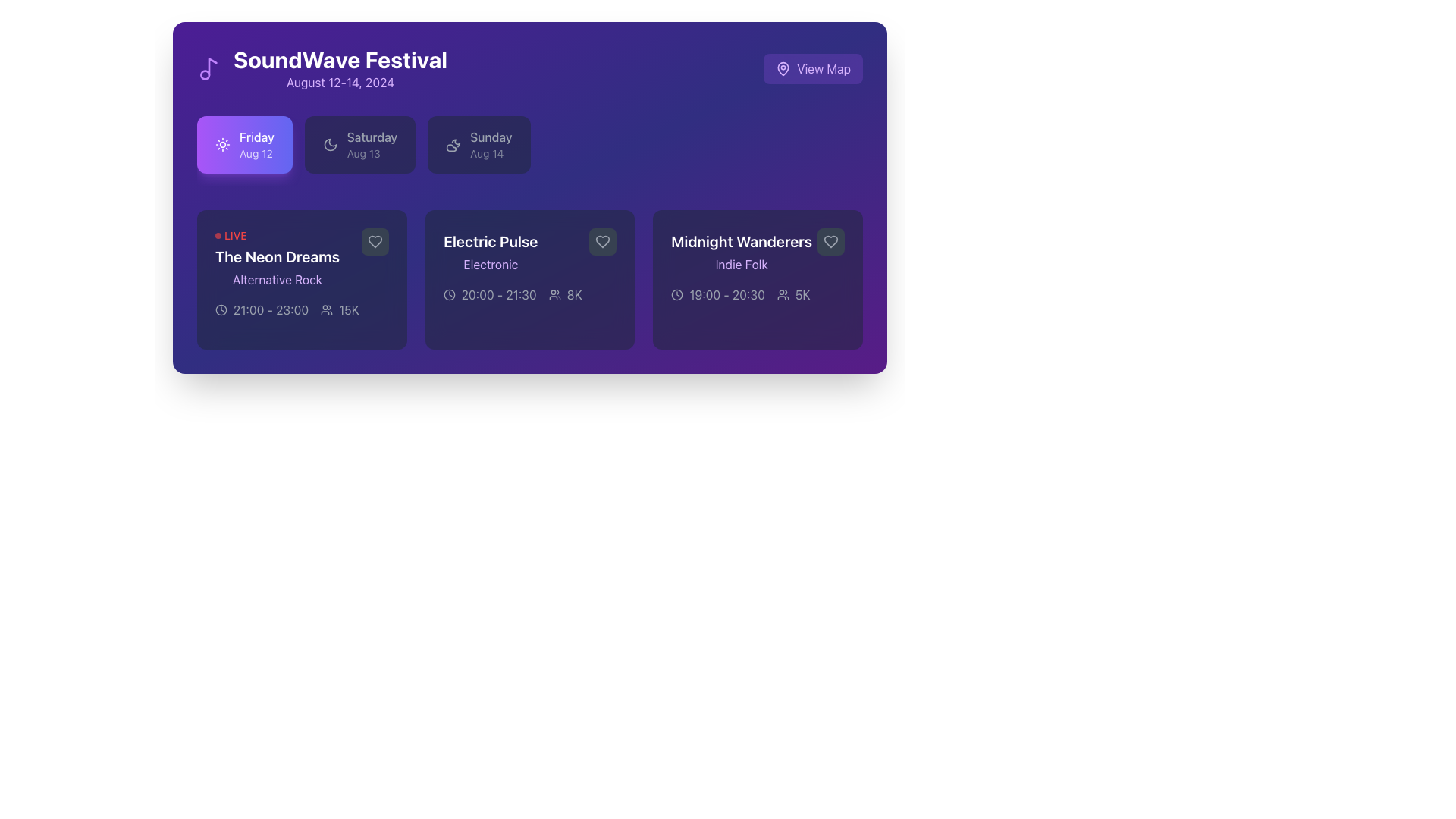  I want to click on the 'View Map' button located at the top-right corner of the festival schedule, so click(823, 69).